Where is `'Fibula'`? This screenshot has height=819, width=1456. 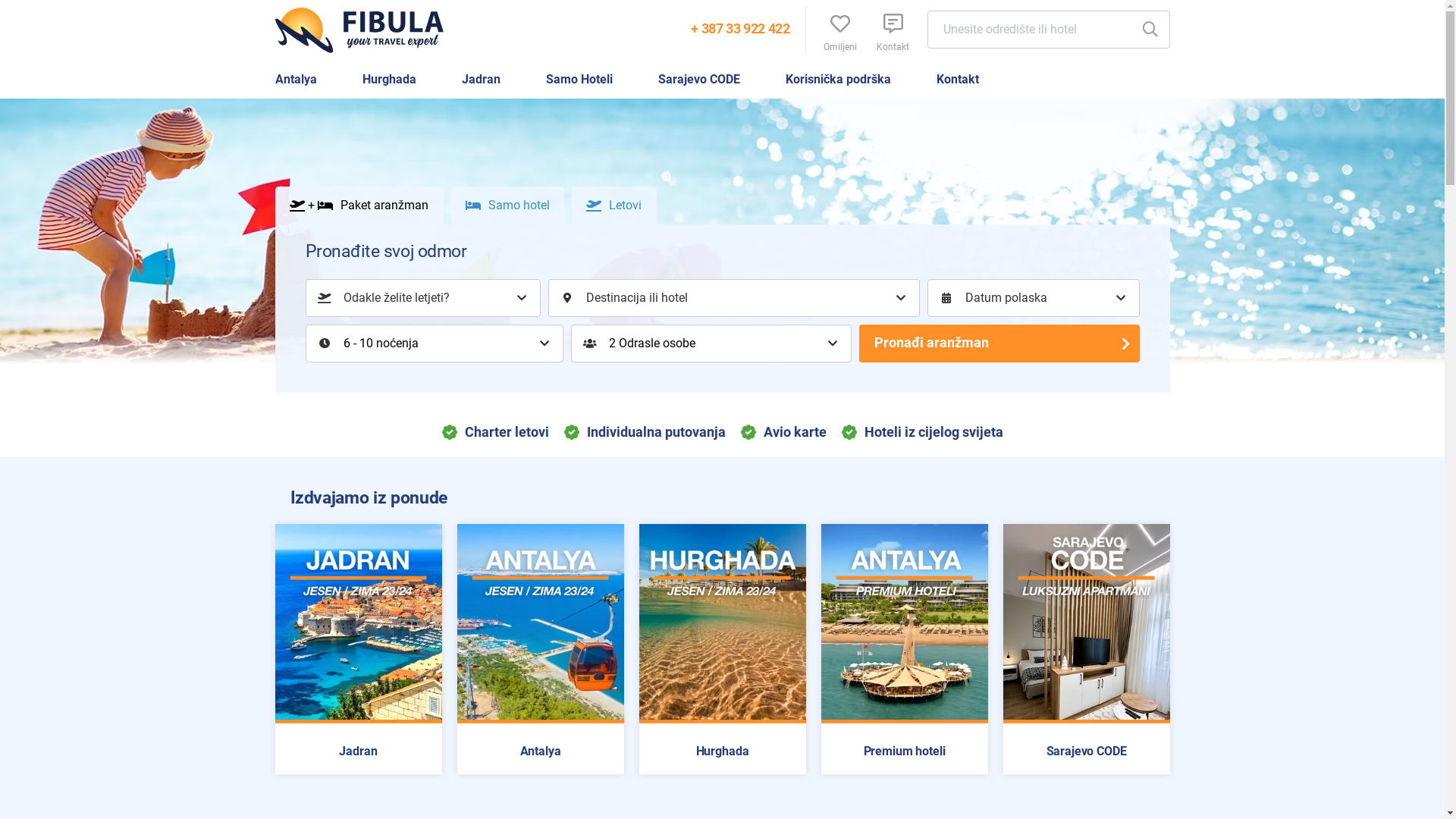 'Fibula' is located at coordinates (365, 30).